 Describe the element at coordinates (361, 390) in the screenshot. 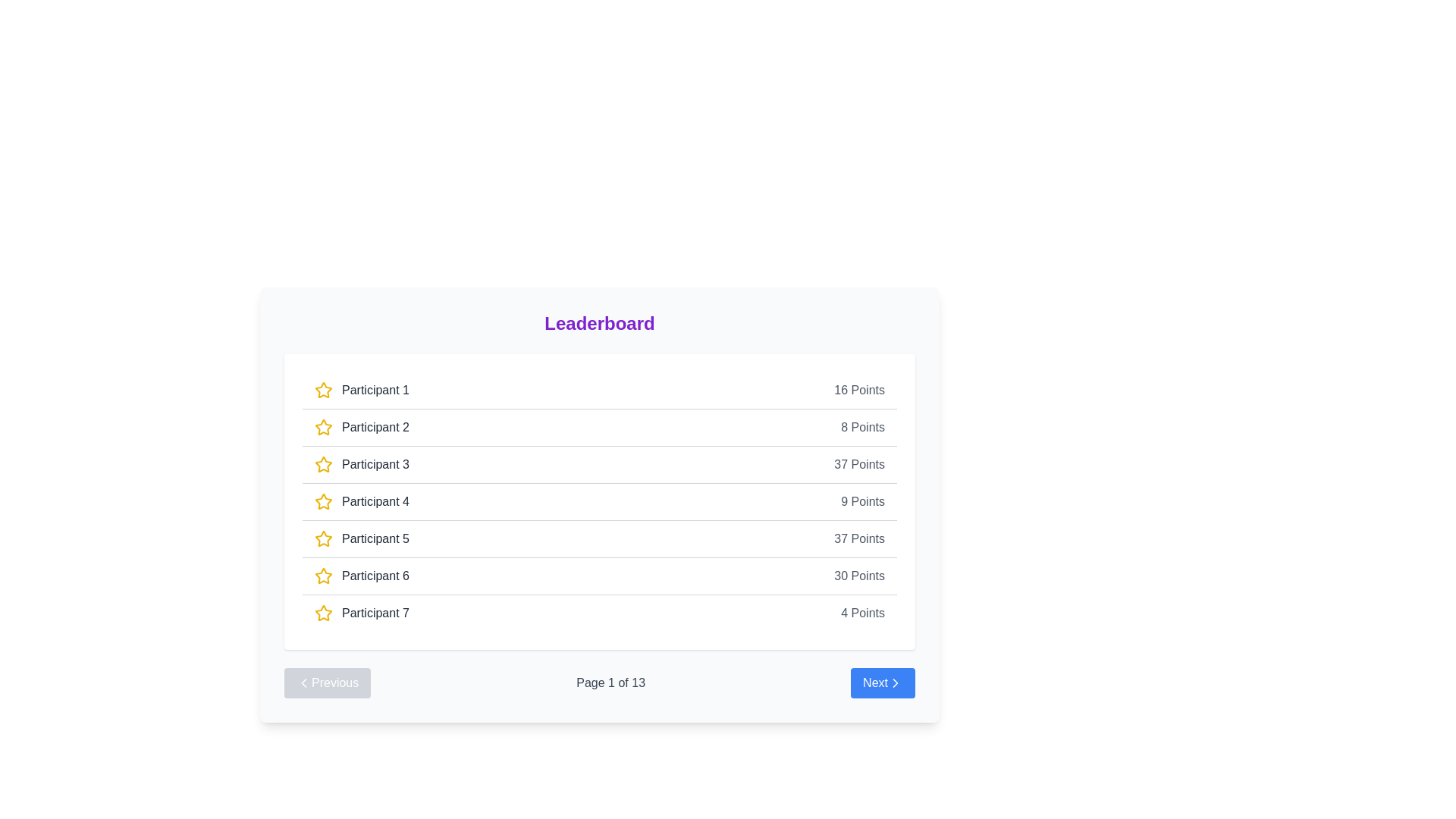

I see `participant's name, which is the text label 'Participant 1' located in the first row of the leaderboard interface, accompanied by a yellow star icon to its left` at that location.